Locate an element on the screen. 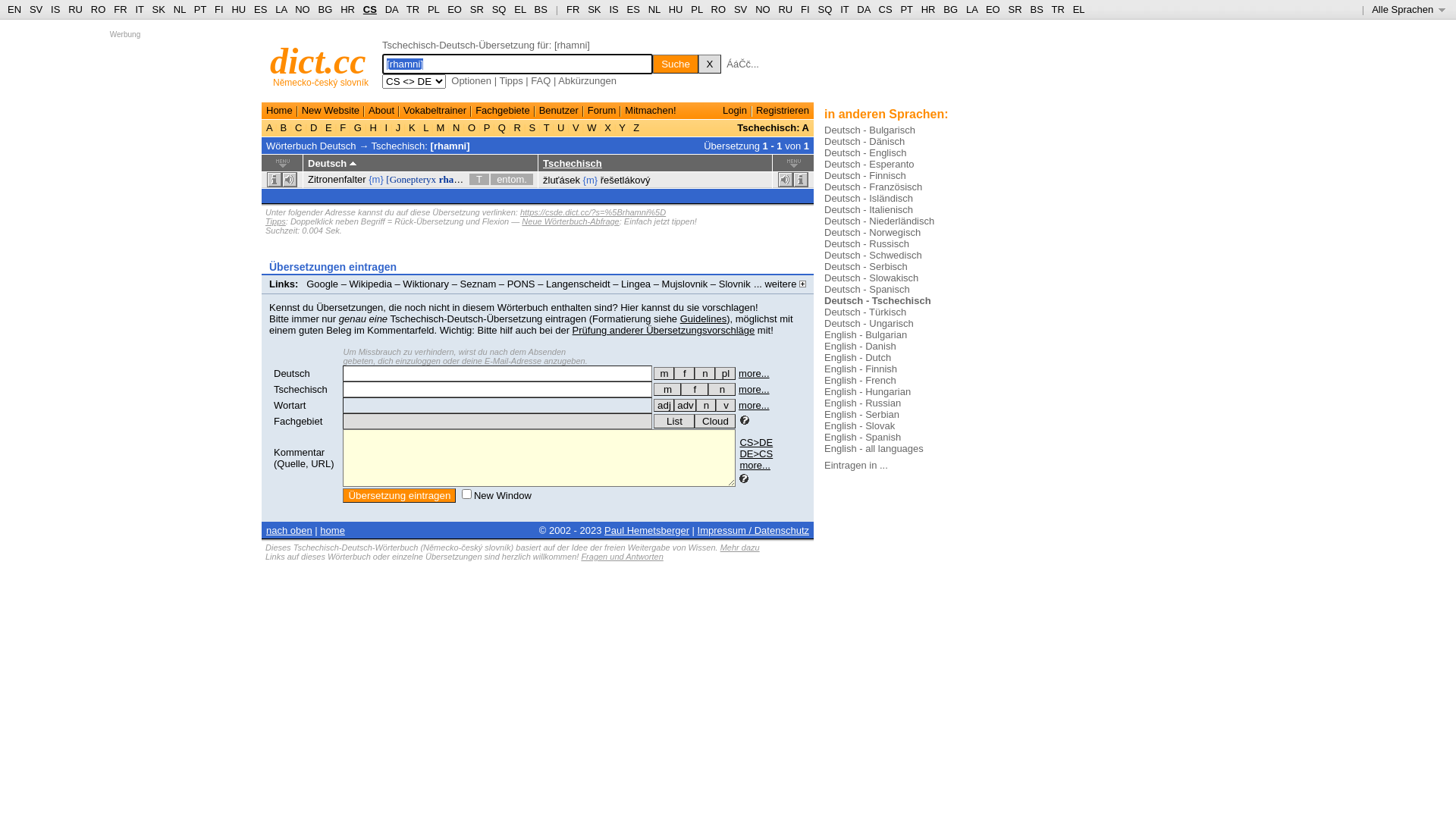 Image resolution: width=1456 pixels, height=819 pixels. 'v' is located at coordinates (724, 404).